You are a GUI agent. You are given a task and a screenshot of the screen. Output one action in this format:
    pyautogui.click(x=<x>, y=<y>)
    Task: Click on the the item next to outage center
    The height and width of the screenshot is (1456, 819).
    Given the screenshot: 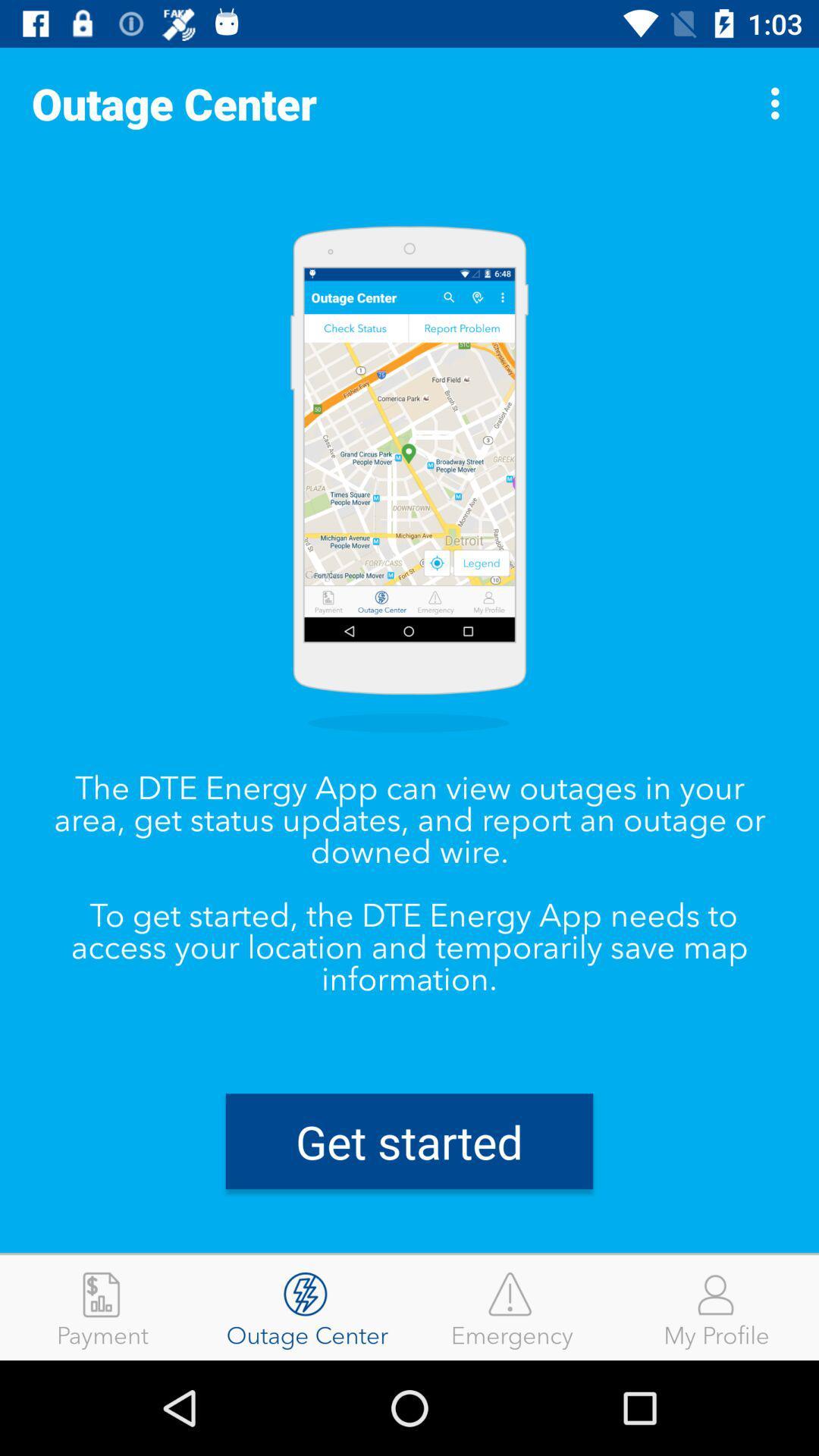 What is the action you would take?
    pyautogui.click(x=102, y=1307)
    